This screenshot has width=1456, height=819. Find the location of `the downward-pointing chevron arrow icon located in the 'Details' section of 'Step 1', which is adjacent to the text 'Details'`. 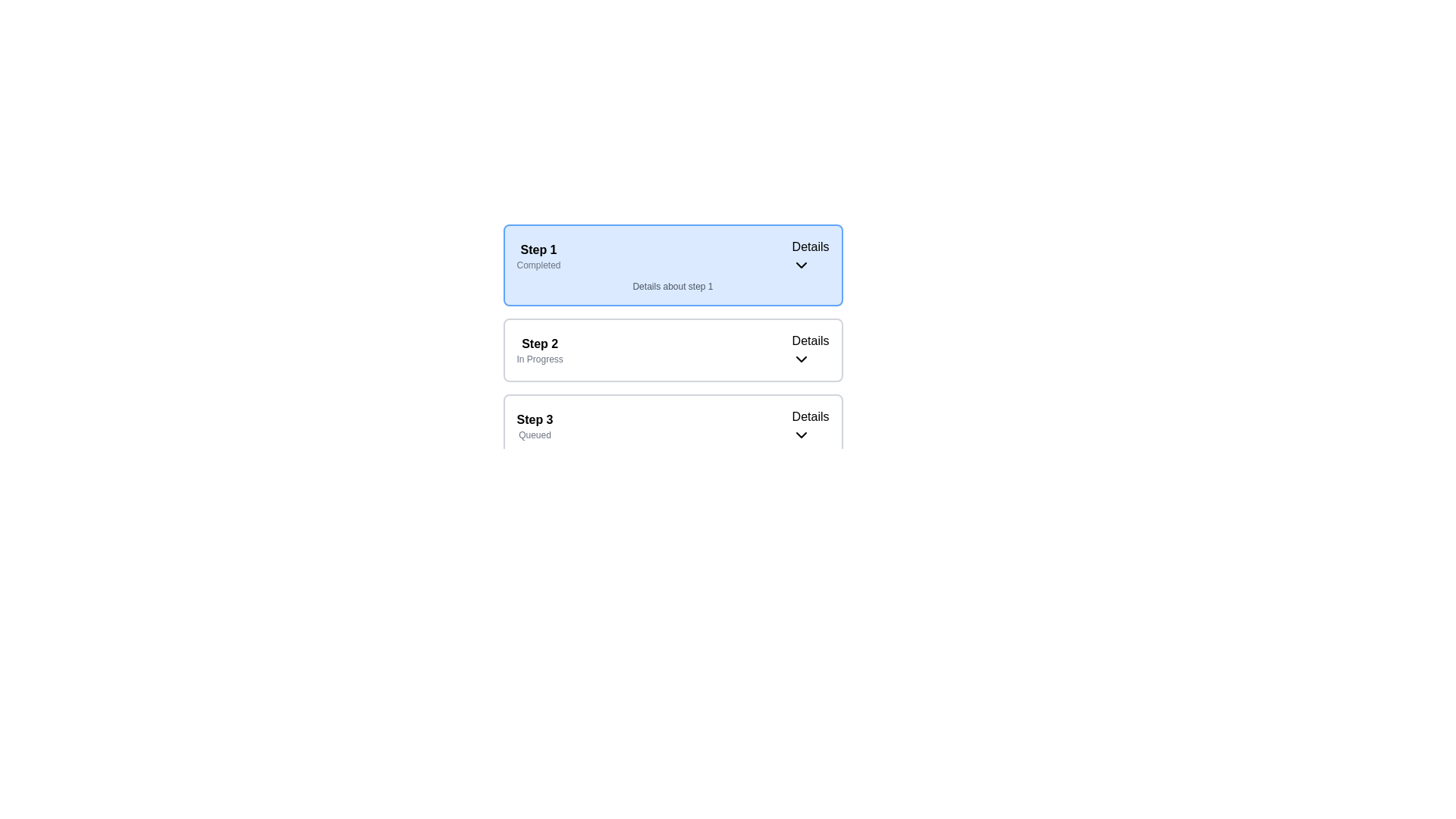

the downward-pointing chevron arrow icon located in the 'Details' section of 'Step 1', which is adjacent to the text 'Details' is located at coordinates (800, 265).